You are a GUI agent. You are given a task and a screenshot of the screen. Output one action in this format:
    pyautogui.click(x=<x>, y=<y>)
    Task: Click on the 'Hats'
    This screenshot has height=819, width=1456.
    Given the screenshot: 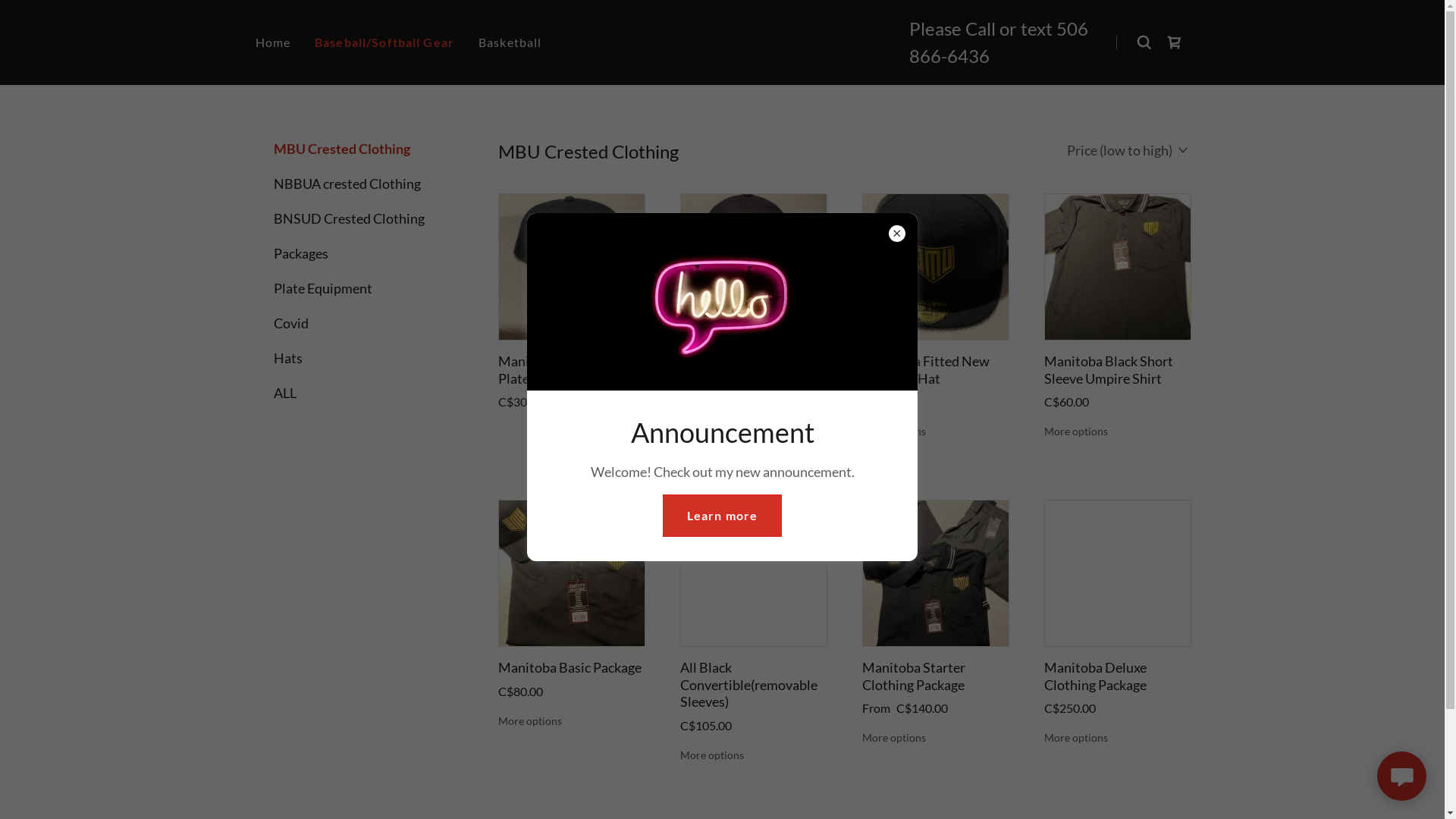 What is the action you would take?
    pyautogui.click(x=273, y=357)
    